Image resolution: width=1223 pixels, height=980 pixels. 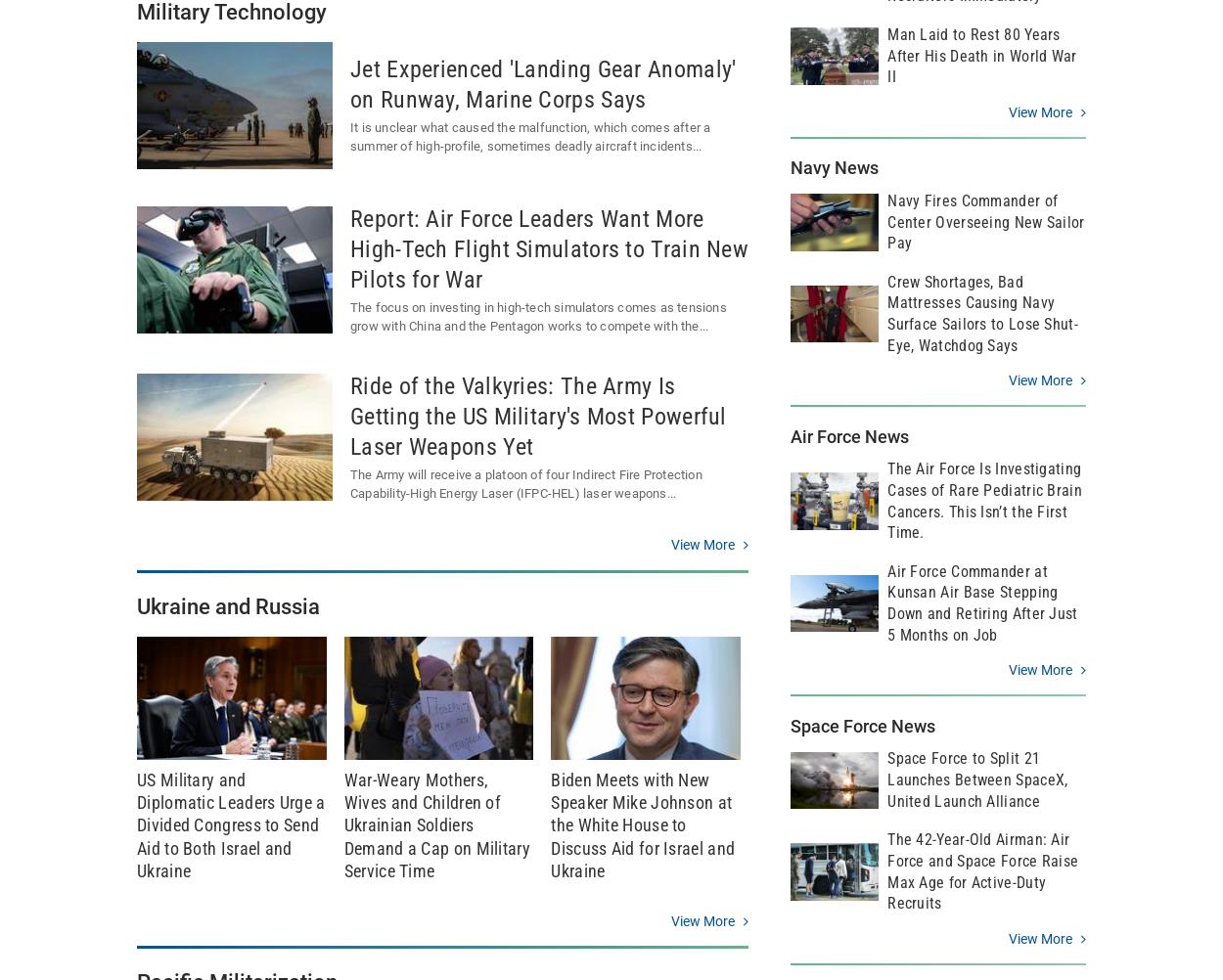 What do you see at coordinates (543, 83) in the screenshot?
I see `'Jet Experienced 'Landing Gear Anomaly' on Runway, Marine Corps Says'` at bounding box center [543, 83].